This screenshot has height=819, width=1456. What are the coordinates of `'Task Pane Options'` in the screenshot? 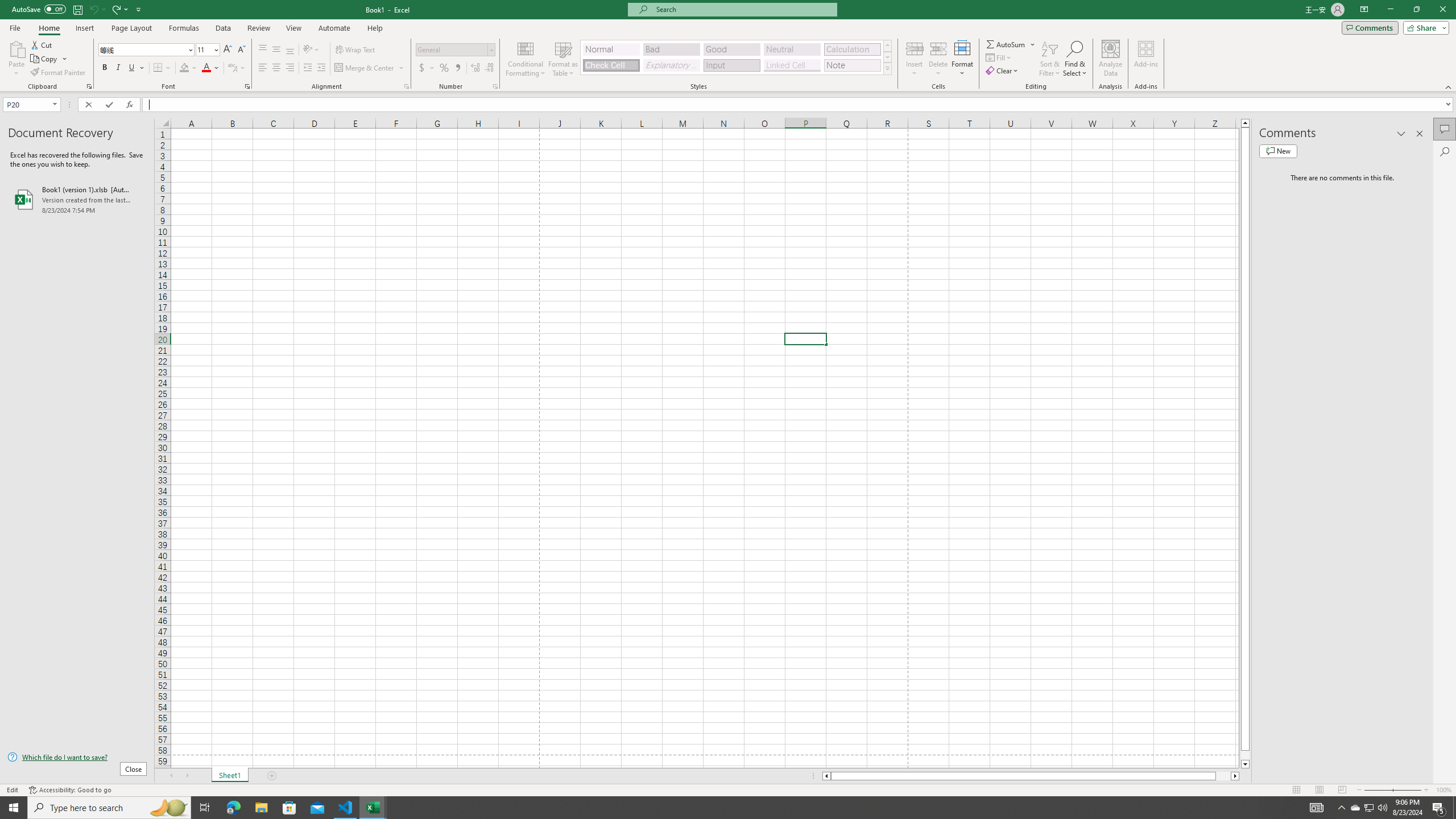 It's located at (1401, 133).